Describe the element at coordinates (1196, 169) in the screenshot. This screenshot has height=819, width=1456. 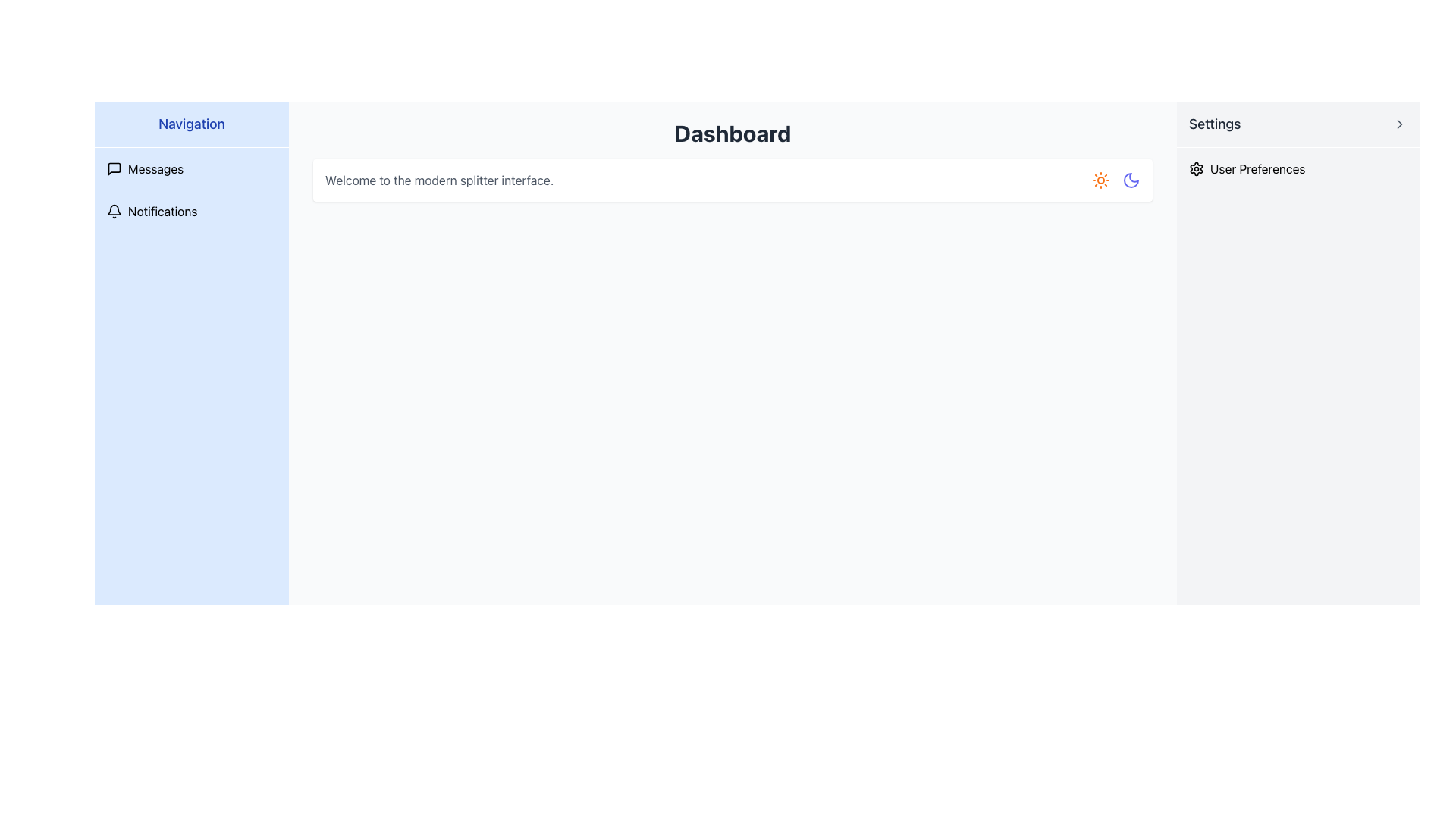
I see `the outermost component of the settings gear icon located in the top-right corner of the user interface` at that location.